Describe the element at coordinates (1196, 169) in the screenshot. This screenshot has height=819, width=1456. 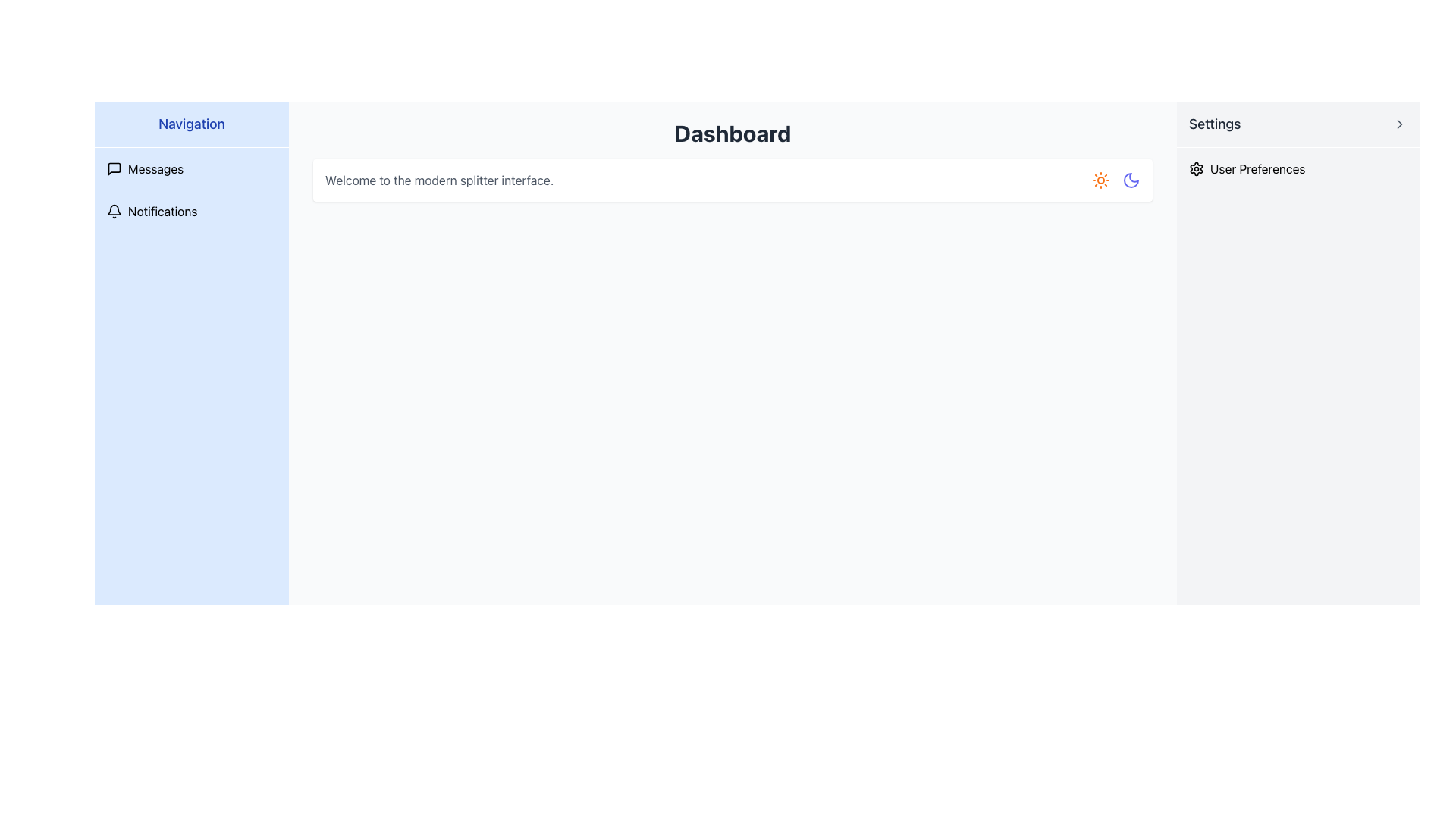
I see `the outermost component of the settings gear icon located in the top-right corner of the user interface` at that location.